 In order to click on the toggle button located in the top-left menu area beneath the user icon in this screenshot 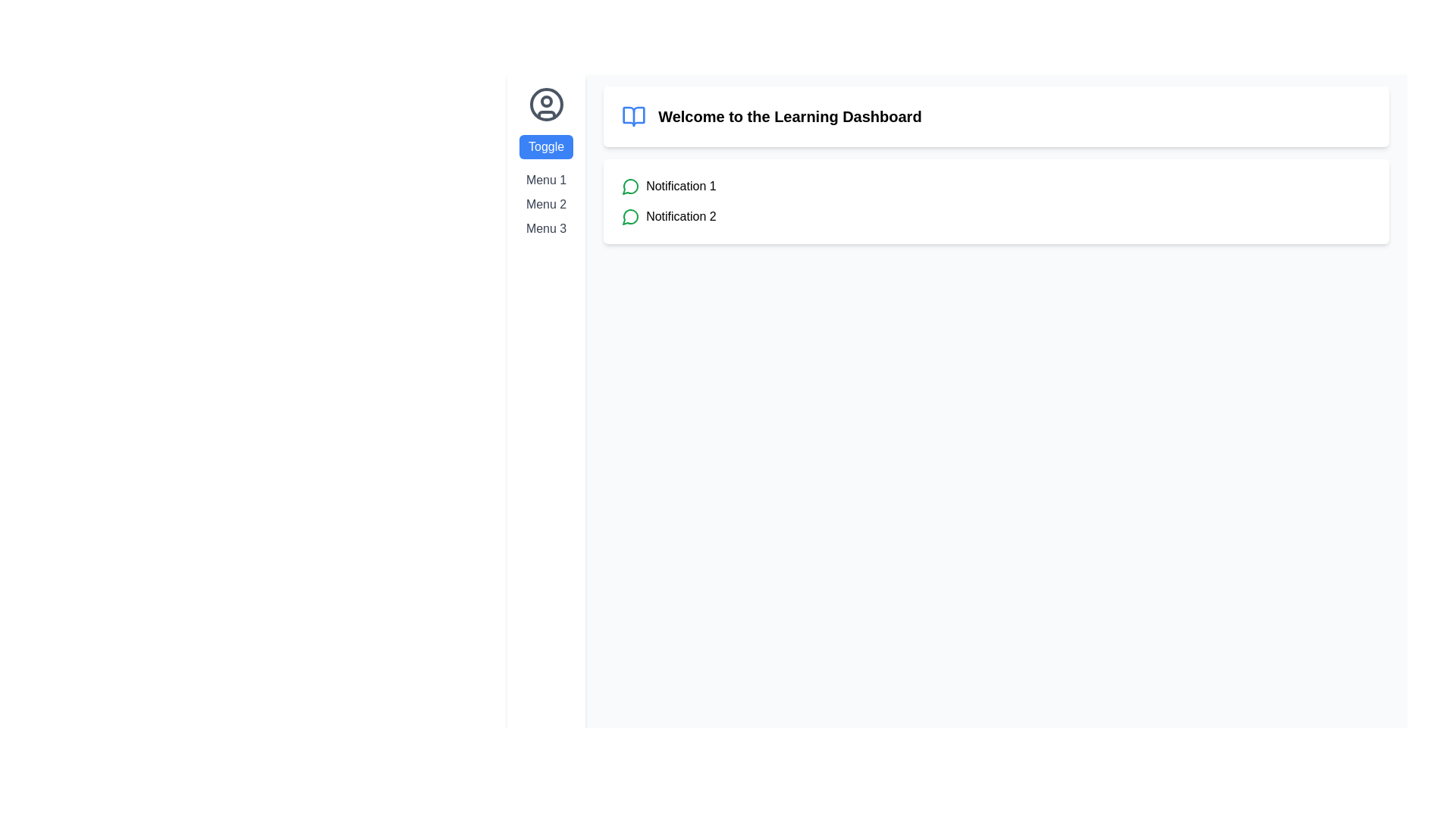, I will do `click(546, 146)`.